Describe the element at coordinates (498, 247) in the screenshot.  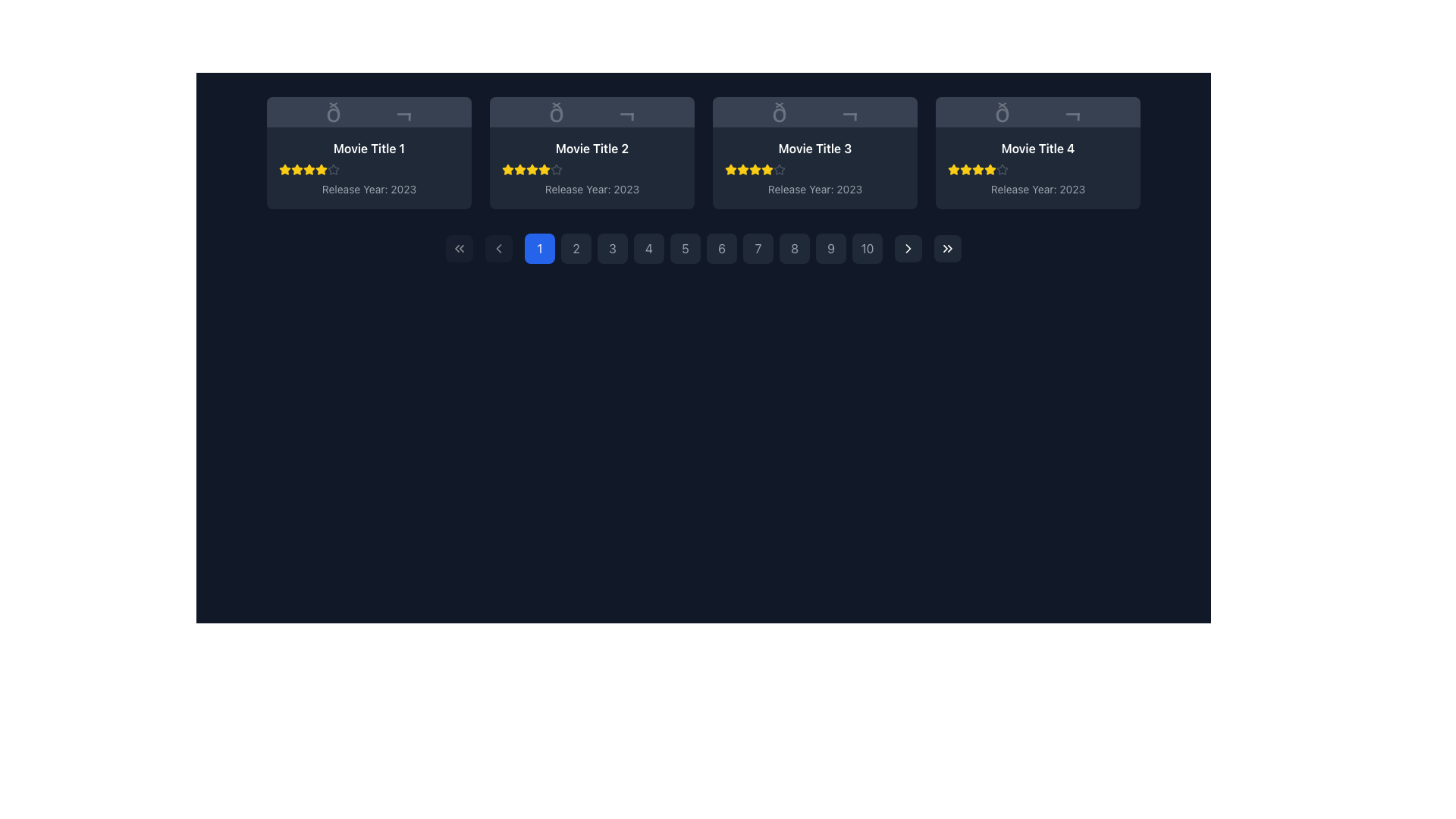
I see `the 'previous page' arrow icon located in the pagination area, immediately to the left of the number '1' button` at that location.